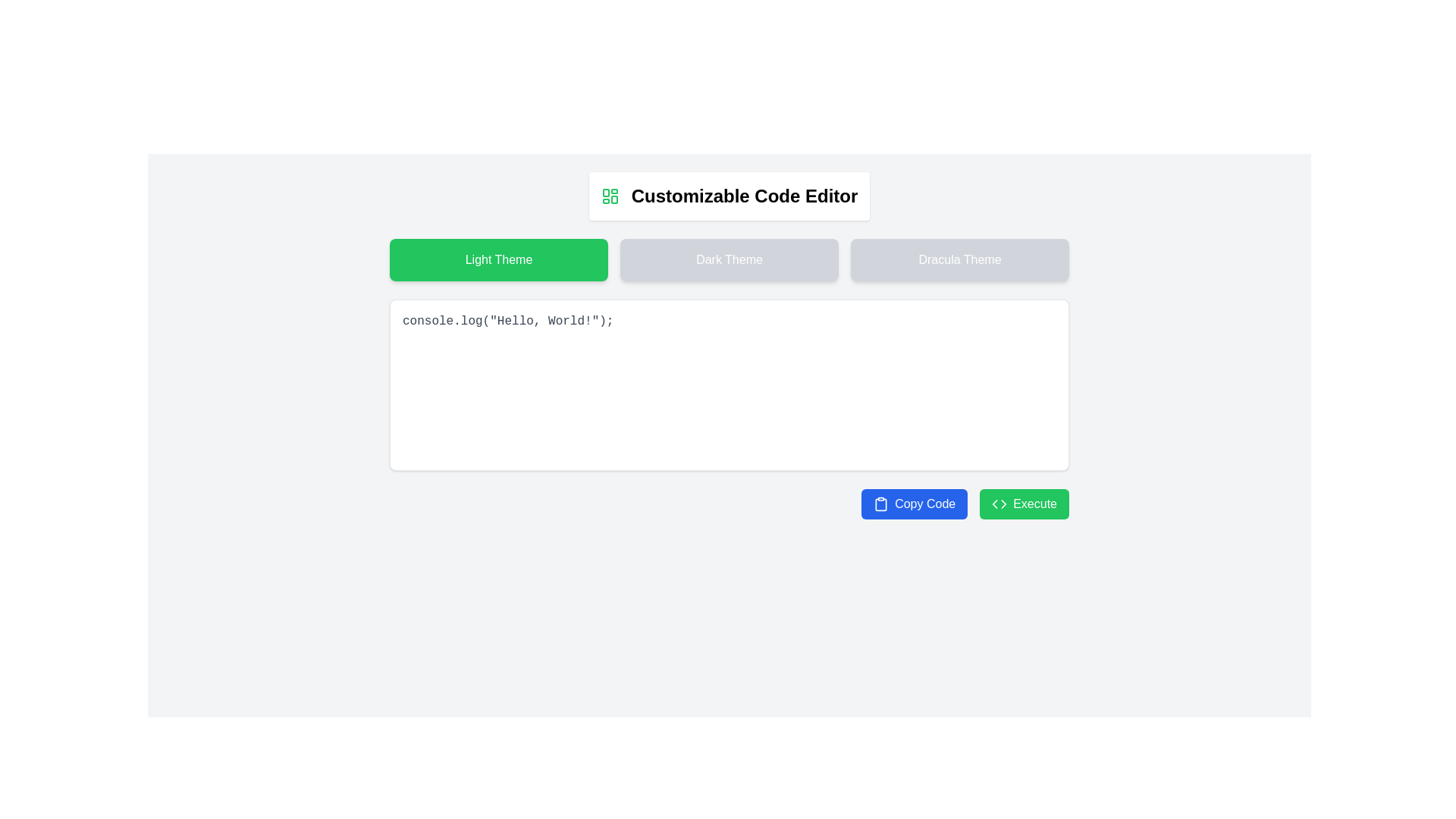  I want to click on the 'Dark Theme' button, which is a rectangular button with a light gray background that turns green on hover, located below the 'Customizable Code Editor' header, so click(729, 259).